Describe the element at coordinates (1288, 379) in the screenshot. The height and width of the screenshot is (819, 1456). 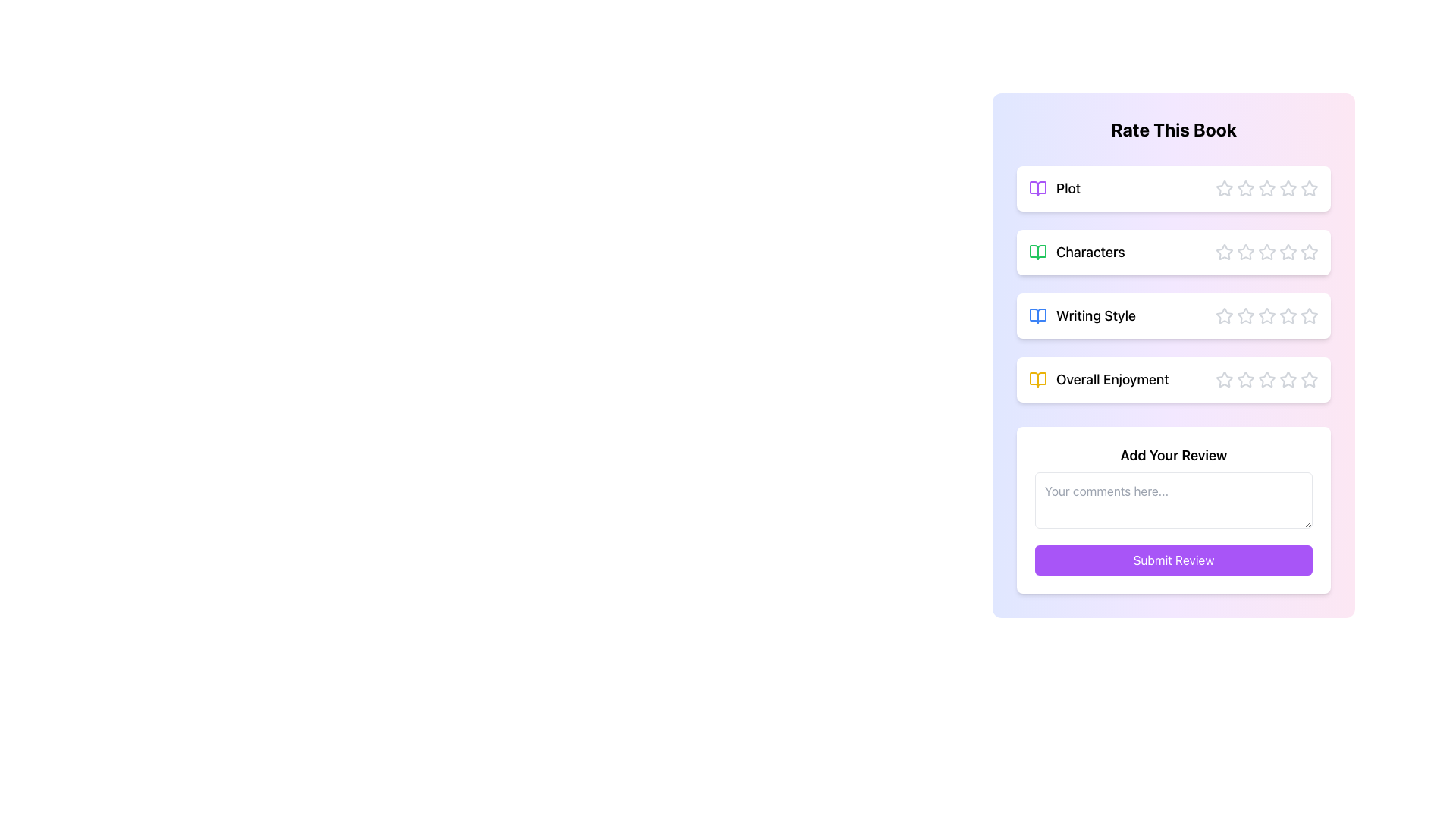
I see `the sixth star icon in the 'Overall Enjoyment' section` at that location.